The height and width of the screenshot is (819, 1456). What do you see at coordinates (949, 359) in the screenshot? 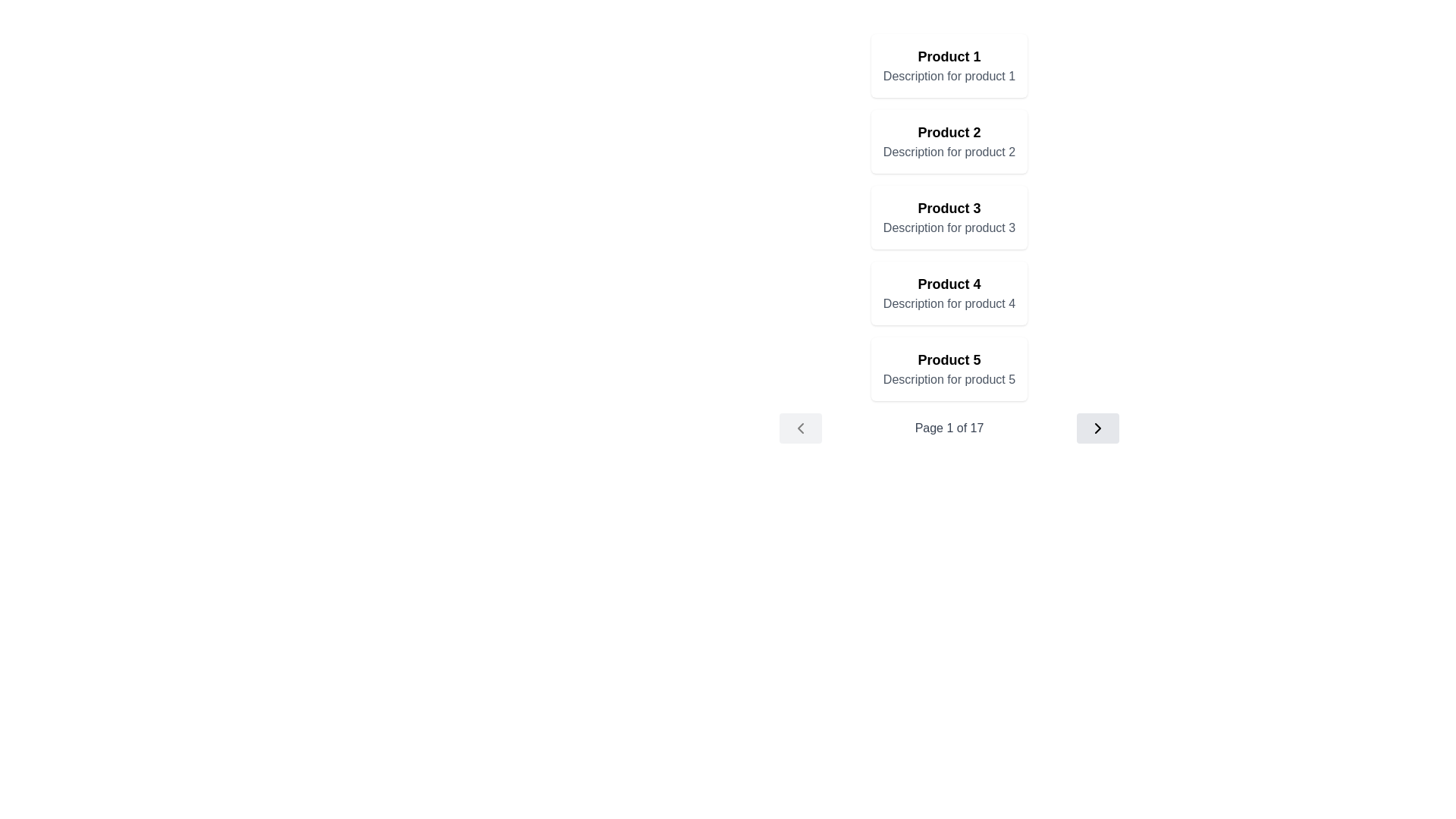
I see `the 'Product 5' text label, which is a large, bold heading above a description within the fifth product card in a vertical list` at bounding box center [949, 359].